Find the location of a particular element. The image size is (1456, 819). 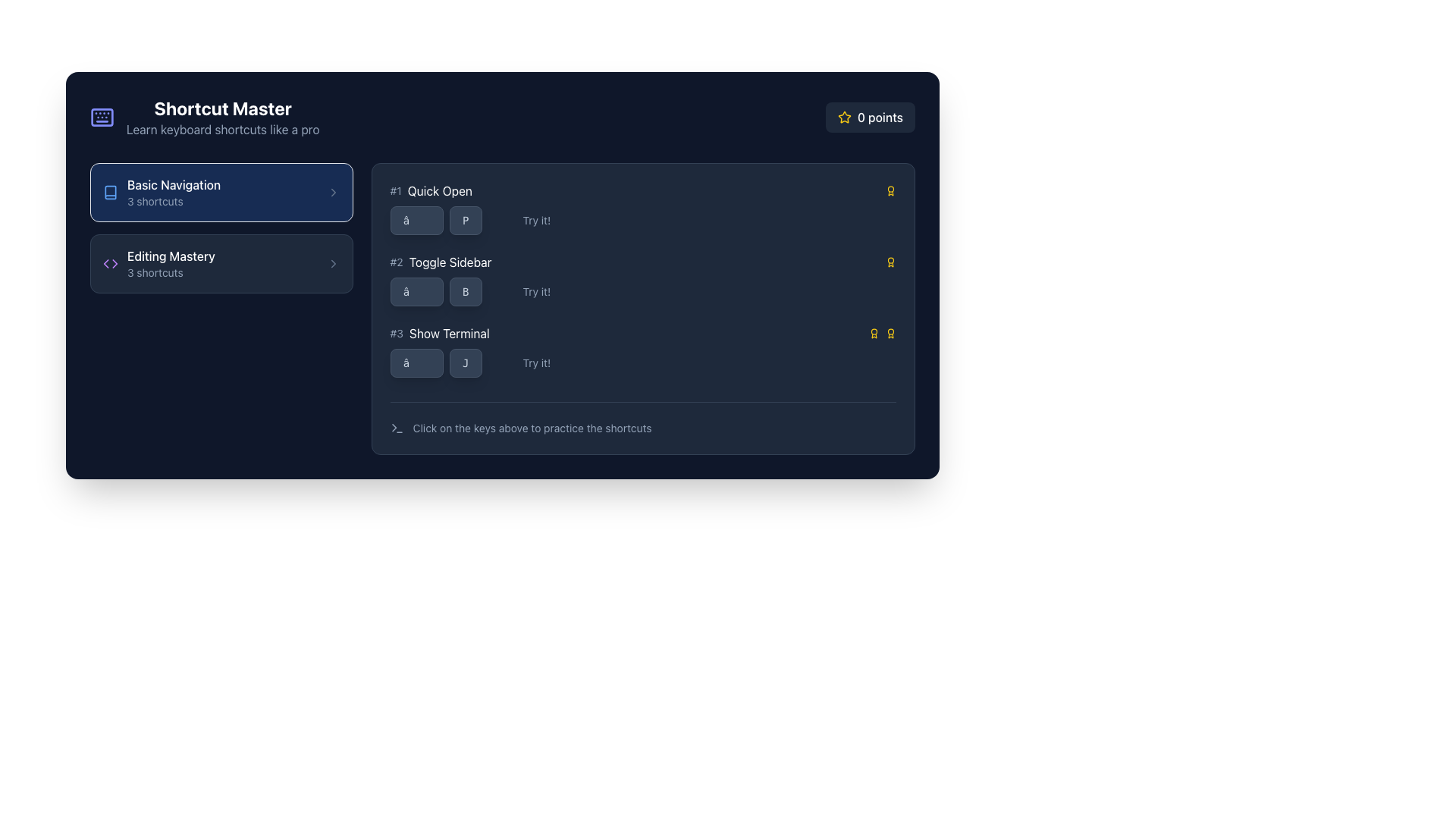

the small, rounded rectangular button with a dark slate background and the symbol '⌘' centered in the keyboard shortcut section titled 'Show Terminal' is located at coordinates (416, 362).